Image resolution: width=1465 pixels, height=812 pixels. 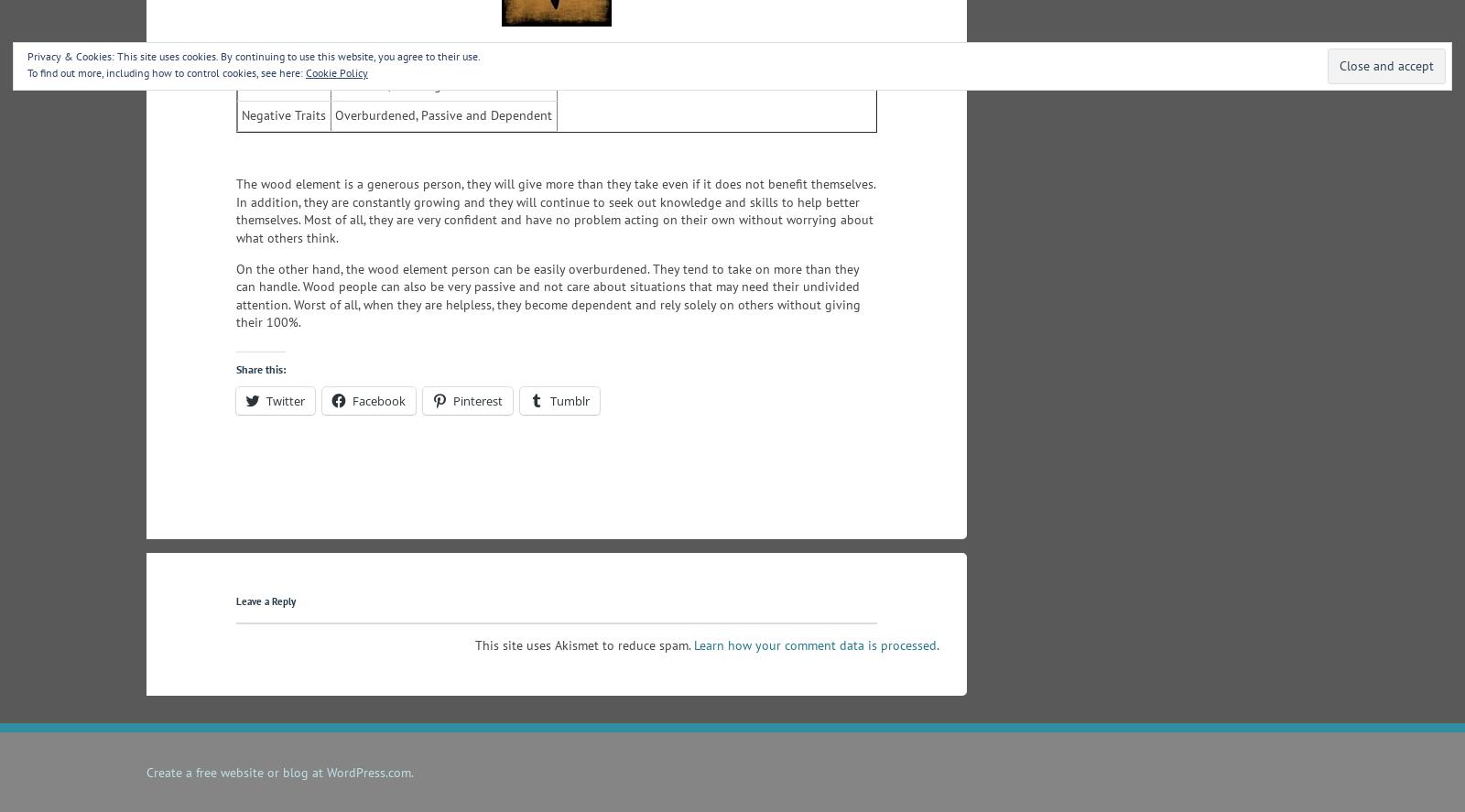 What do you see at coordinates (312, 47) in the screenshot?
I see `'Wood Element Personality'` at bounding box center [312, 47].